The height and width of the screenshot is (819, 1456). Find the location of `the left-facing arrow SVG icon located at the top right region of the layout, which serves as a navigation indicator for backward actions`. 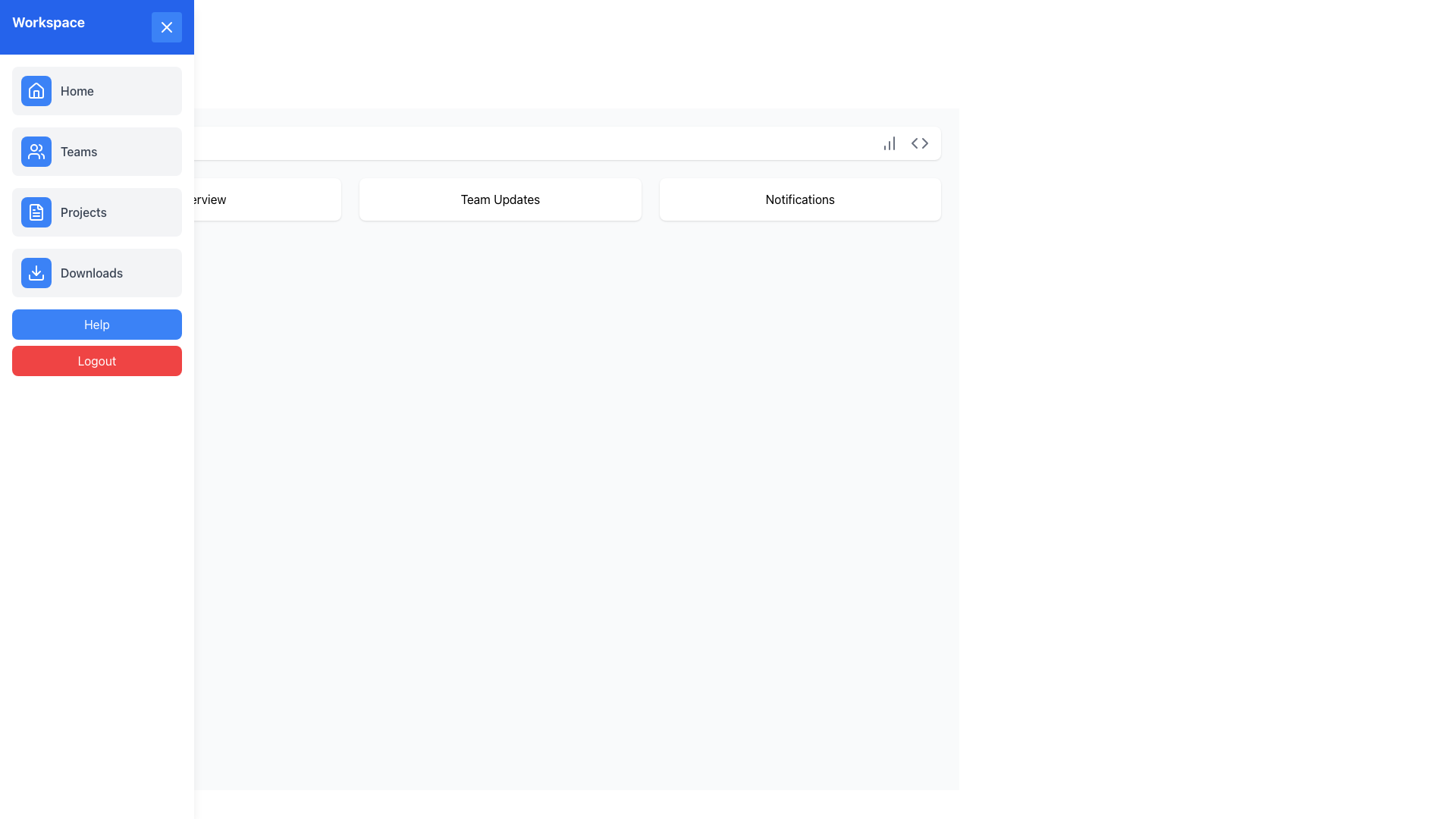

the left-facing arrow SVG icon located at the top right region of the layout, which serves as a navigation indicator for backward actions is located at coordinates (913, 143).